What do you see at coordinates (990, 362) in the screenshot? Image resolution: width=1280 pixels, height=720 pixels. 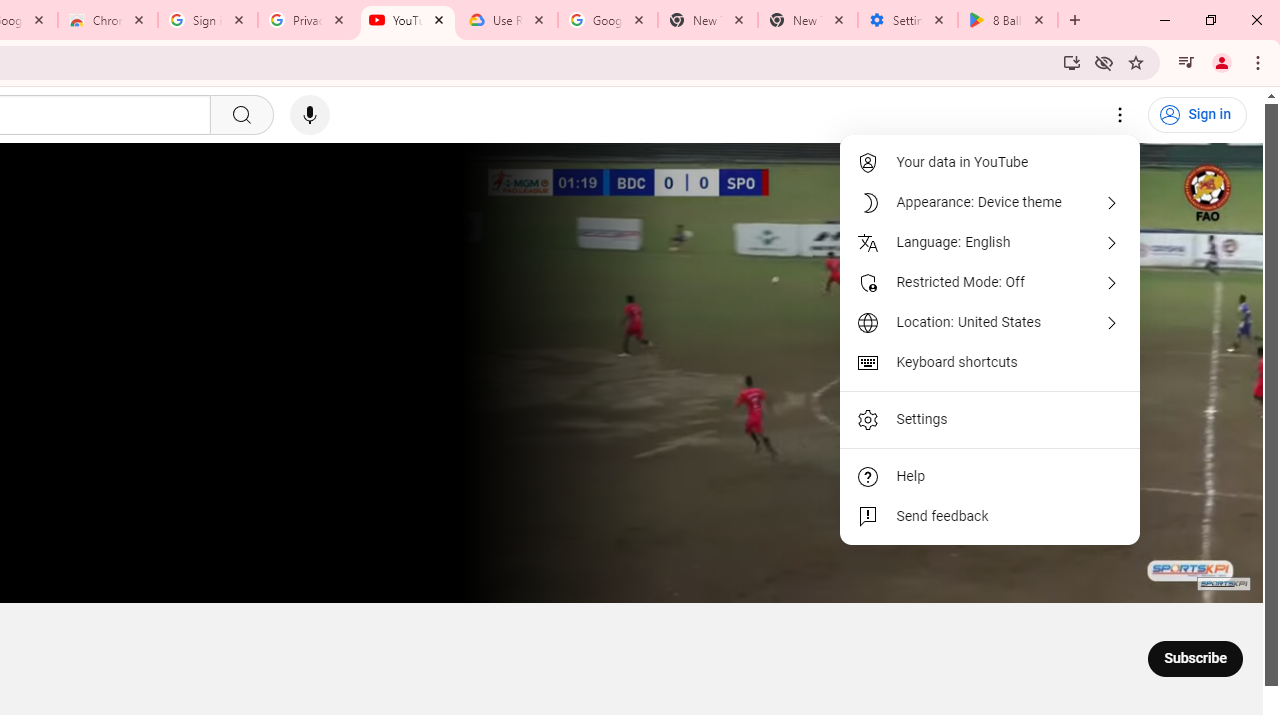 I see `'Keyboard shortcuts'` at bounding box center [990, 362].